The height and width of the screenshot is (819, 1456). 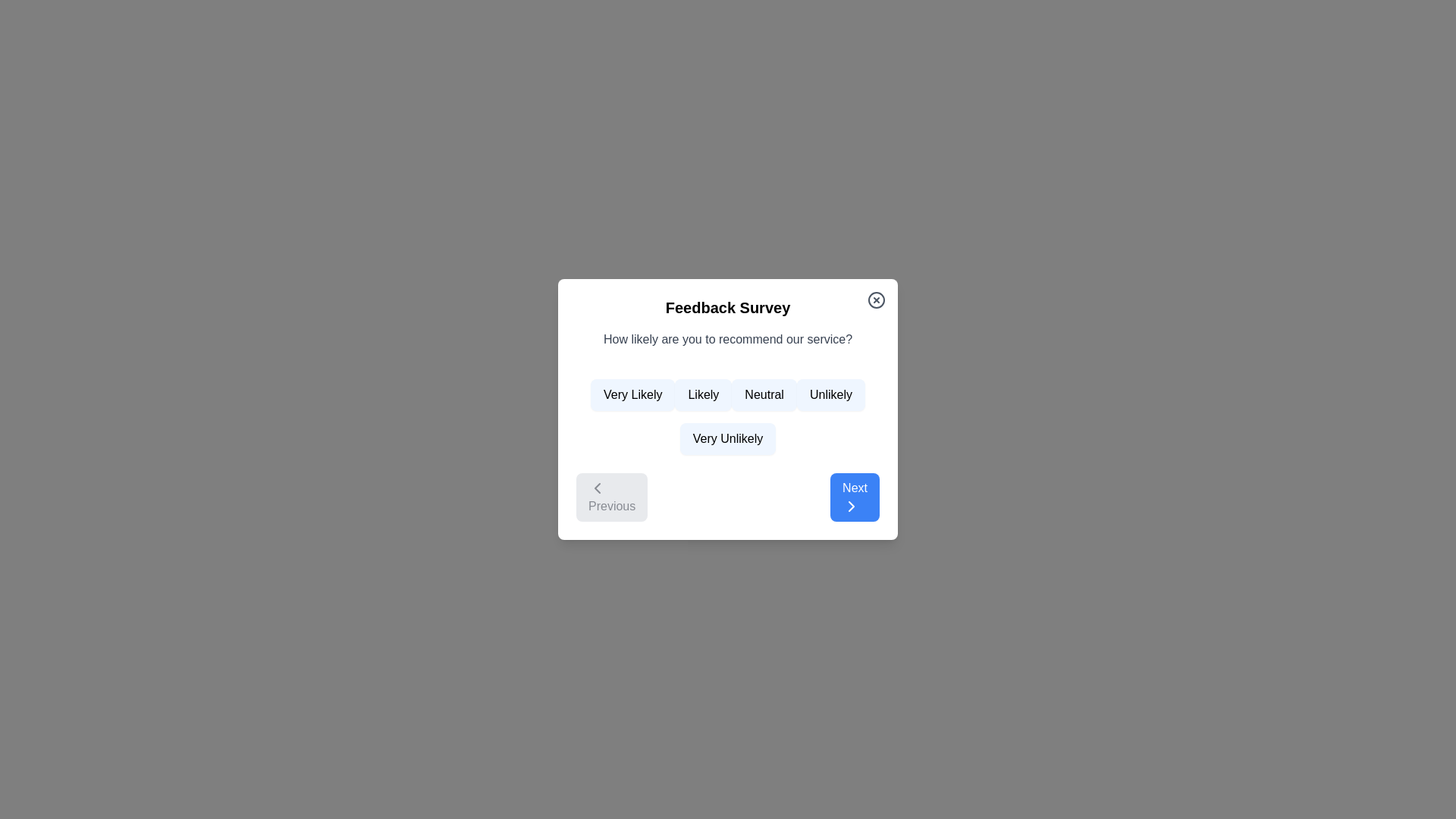 I want to click on the close button in the top-right corner of the survey form, which is represented by a circular SVG element with a cross at its center, so click(x=877, y=300).